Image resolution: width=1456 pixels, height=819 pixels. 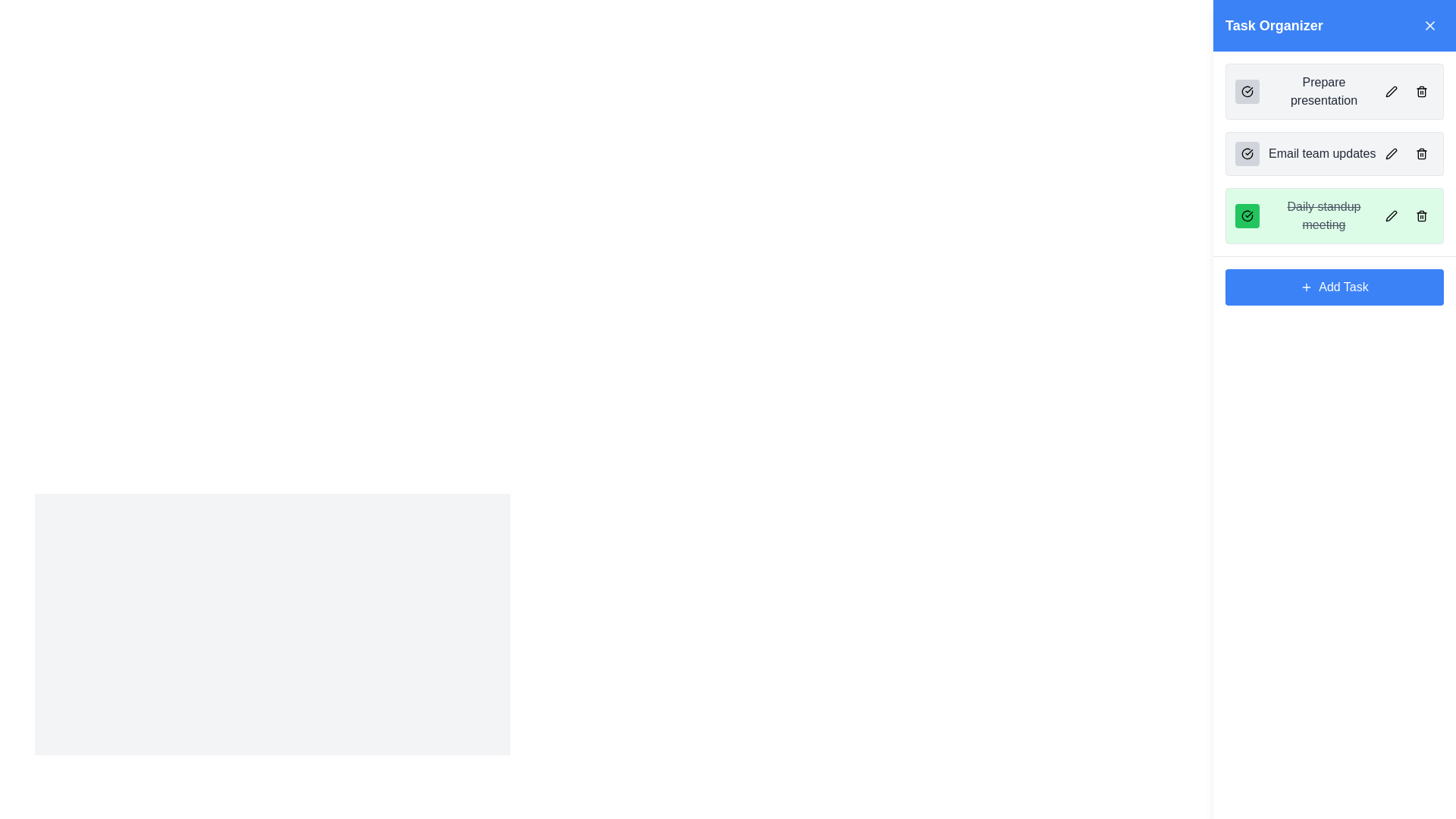 I want to click on the delete task icon located to the far right of the first task titled 'Prepare presentation' in the Task Organizer panel, so click(x=1421, y=91).